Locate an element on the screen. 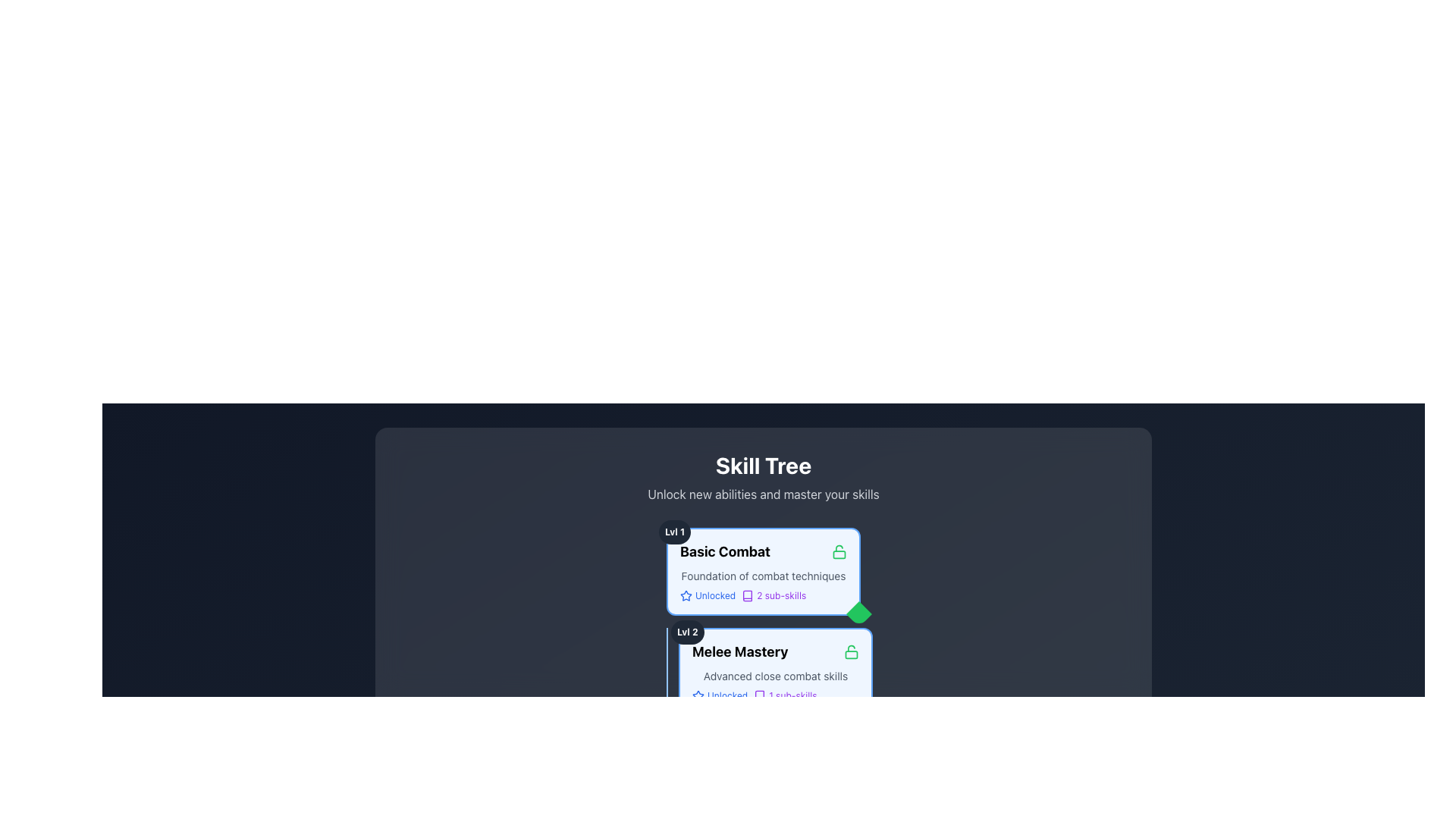 Image resolution: width=1456 pixels, height=819 pixels. skill details from the 'Melee Mastery' card component, which is styled with a light blue background and is the second node in the skill tree interface is located at coordinates (775, 677).